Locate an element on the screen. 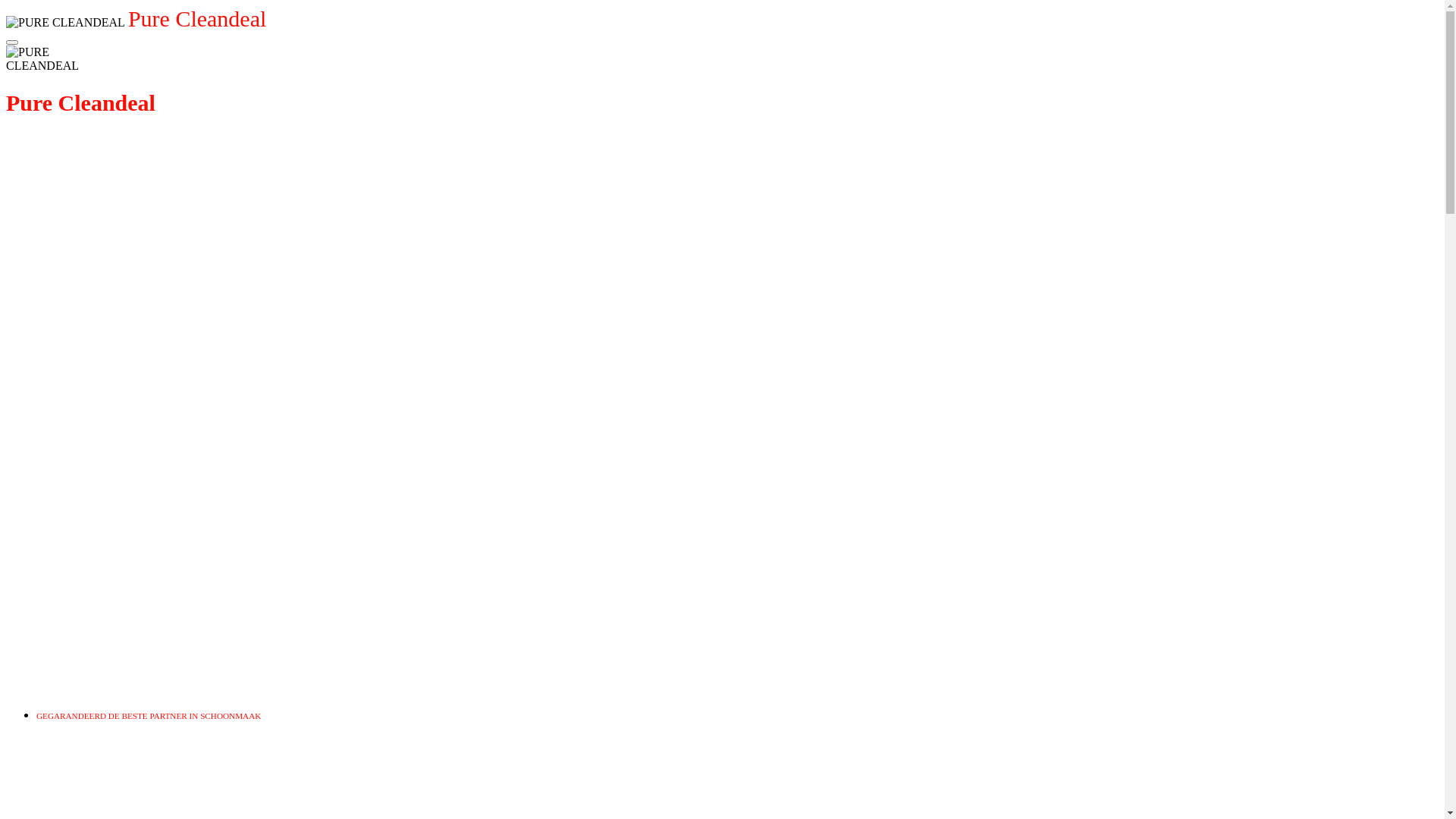  'PURE CLEANDEAL' is located at coordinates (64, 23).